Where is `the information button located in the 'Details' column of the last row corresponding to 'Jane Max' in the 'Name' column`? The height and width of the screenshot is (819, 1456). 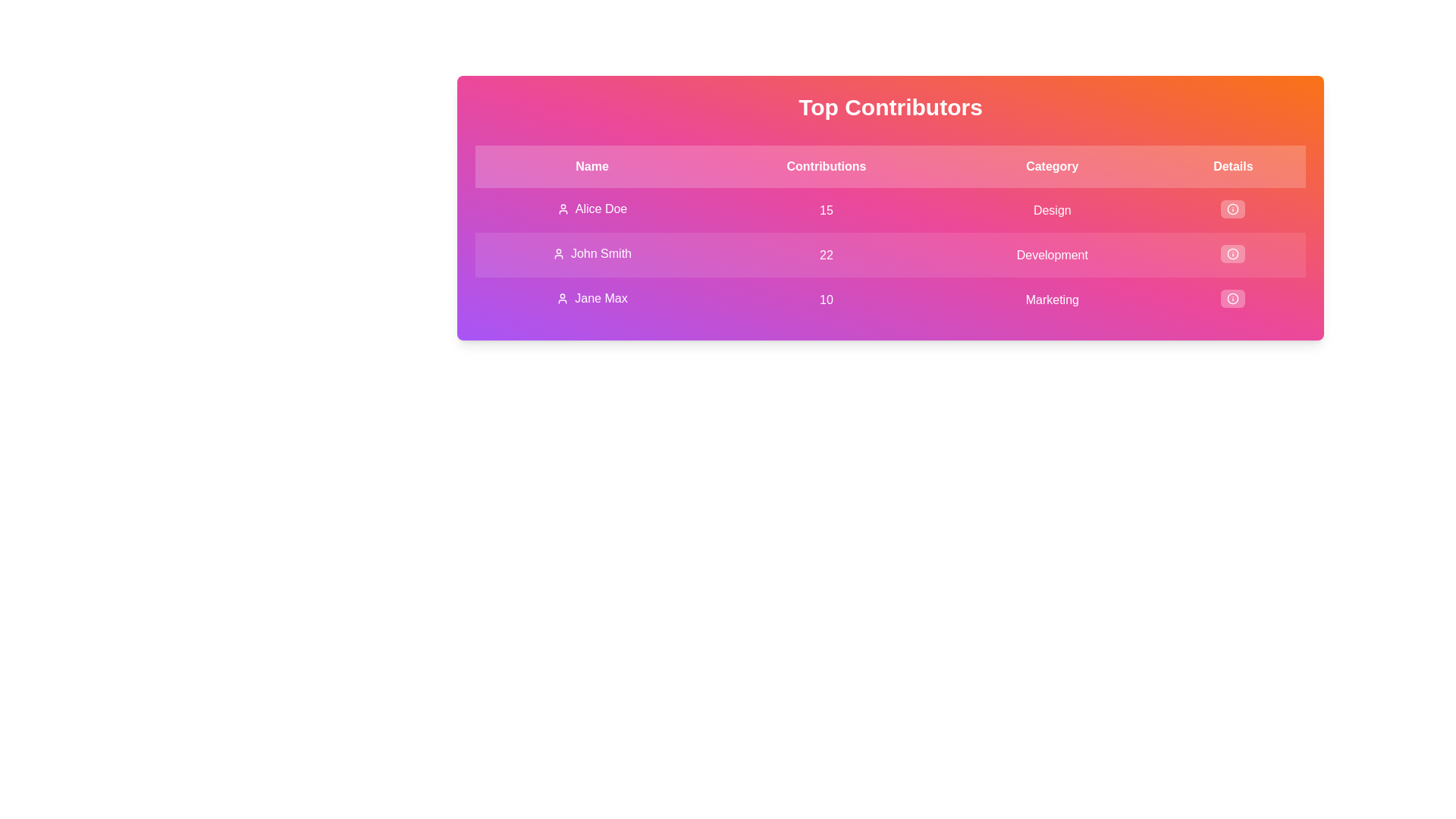
the information button located in the 'Details' column of the last row corresponding to 'Jane Max' in the 'Name' column is located at coordinates (1233, 300).